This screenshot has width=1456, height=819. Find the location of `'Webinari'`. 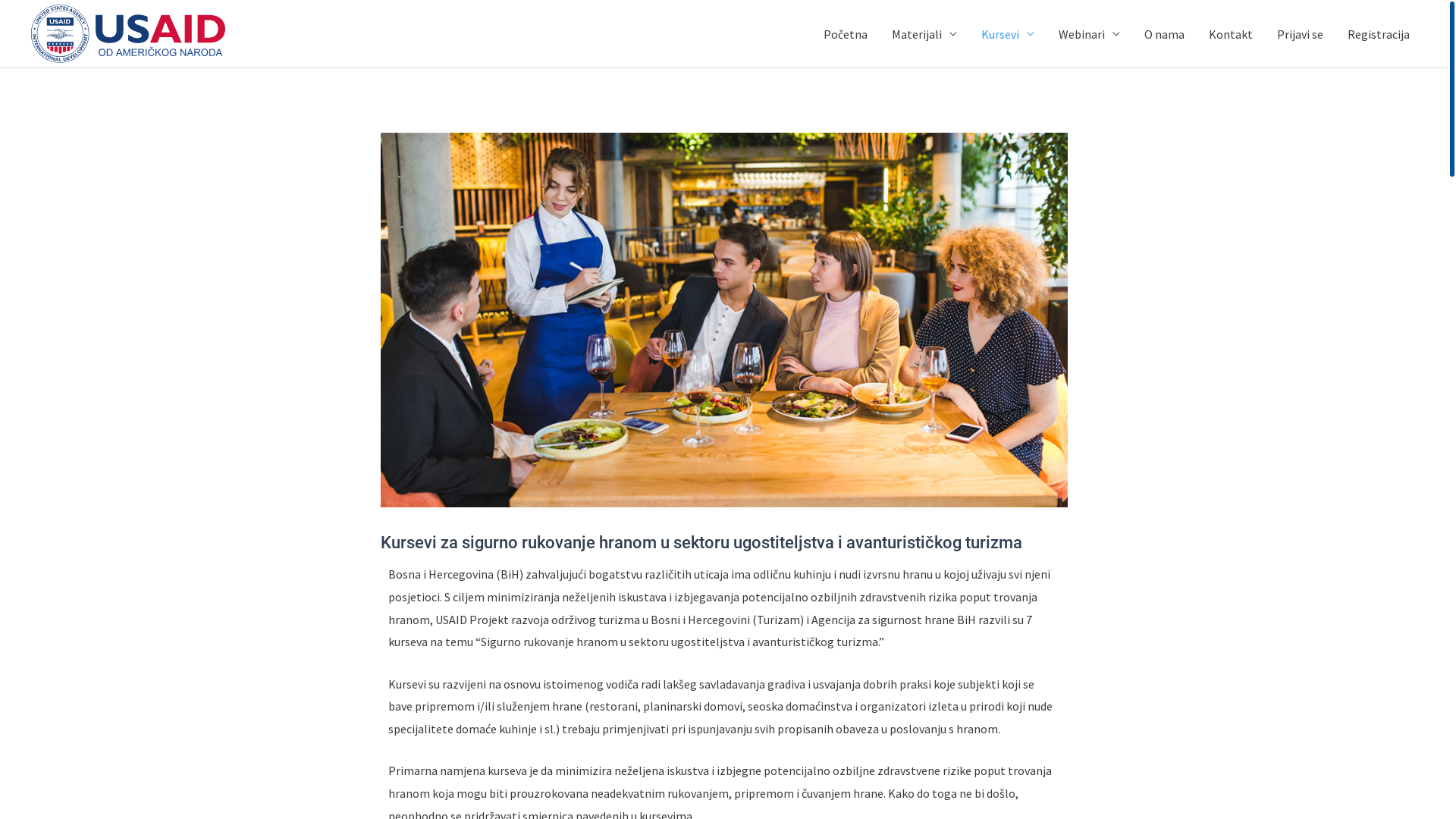

'Webinari' is located at coordinates (1046, 33).